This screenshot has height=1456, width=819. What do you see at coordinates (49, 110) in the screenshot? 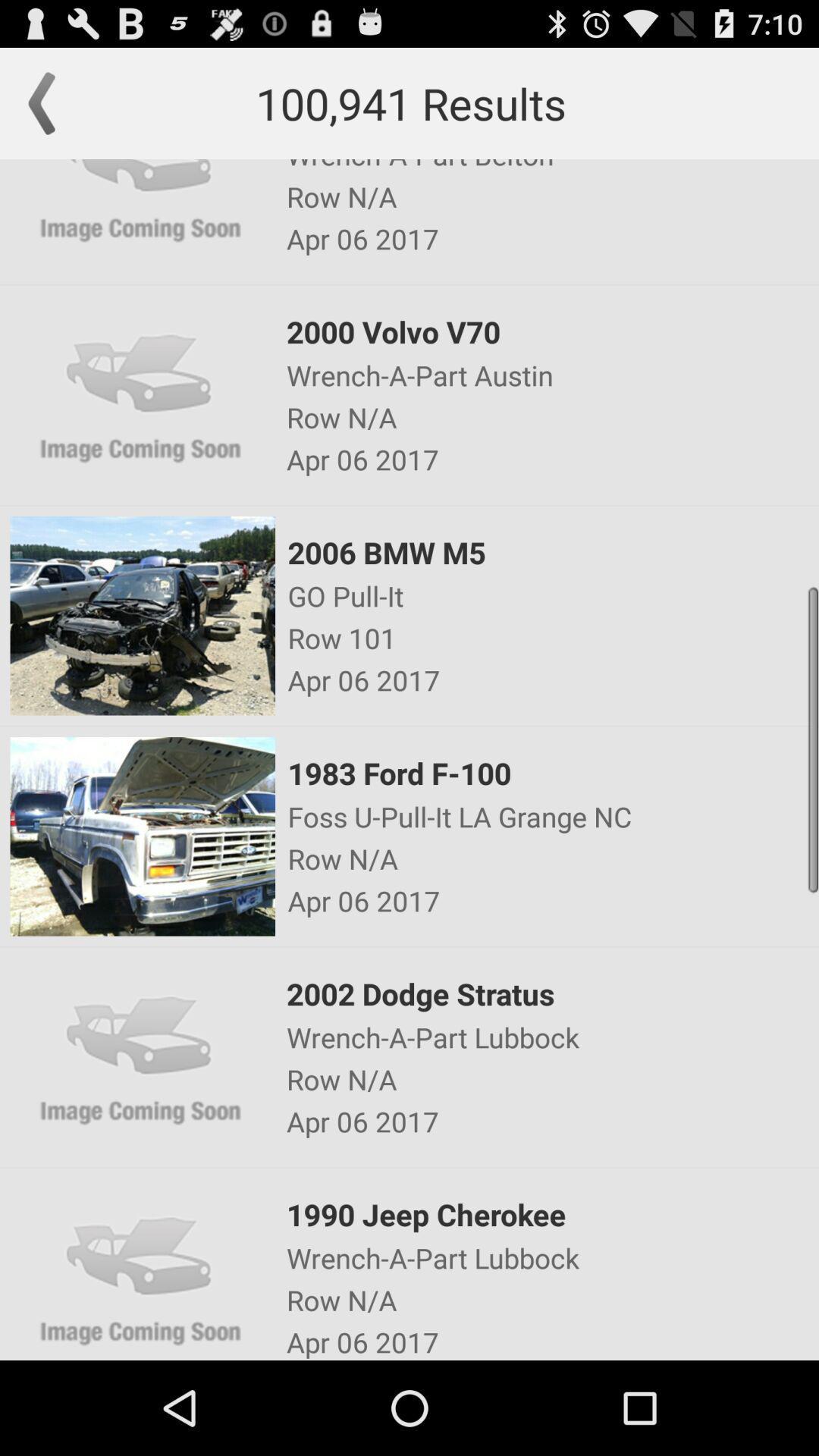
I see `the arrow_backward icon` at bounding box center [49, 110].